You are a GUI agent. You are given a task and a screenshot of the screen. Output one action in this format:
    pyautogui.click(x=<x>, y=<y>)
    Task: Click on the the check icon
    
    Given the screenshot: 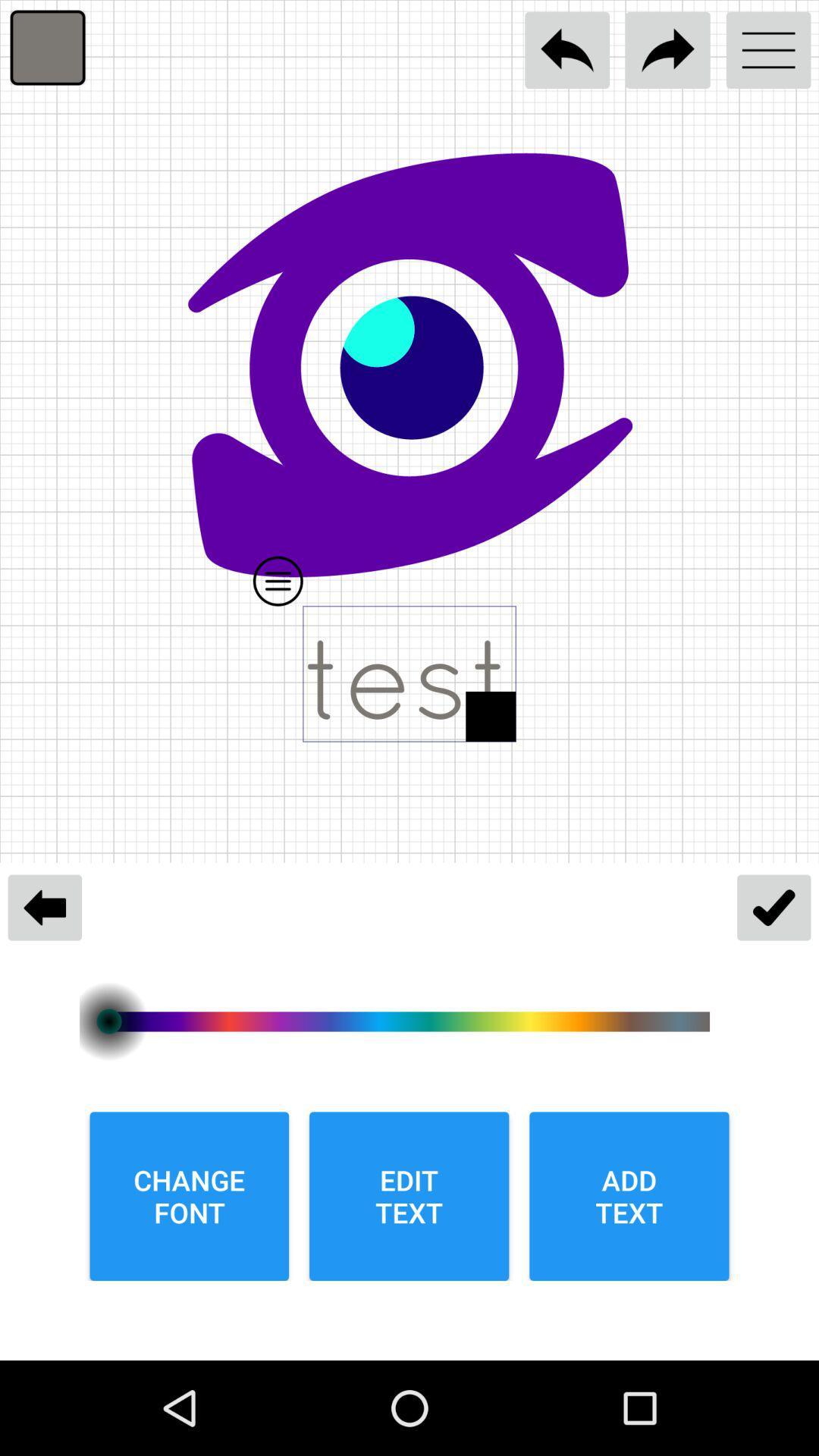 What is the action you would take?
    pyautogui.click(x=773, y=907)
    